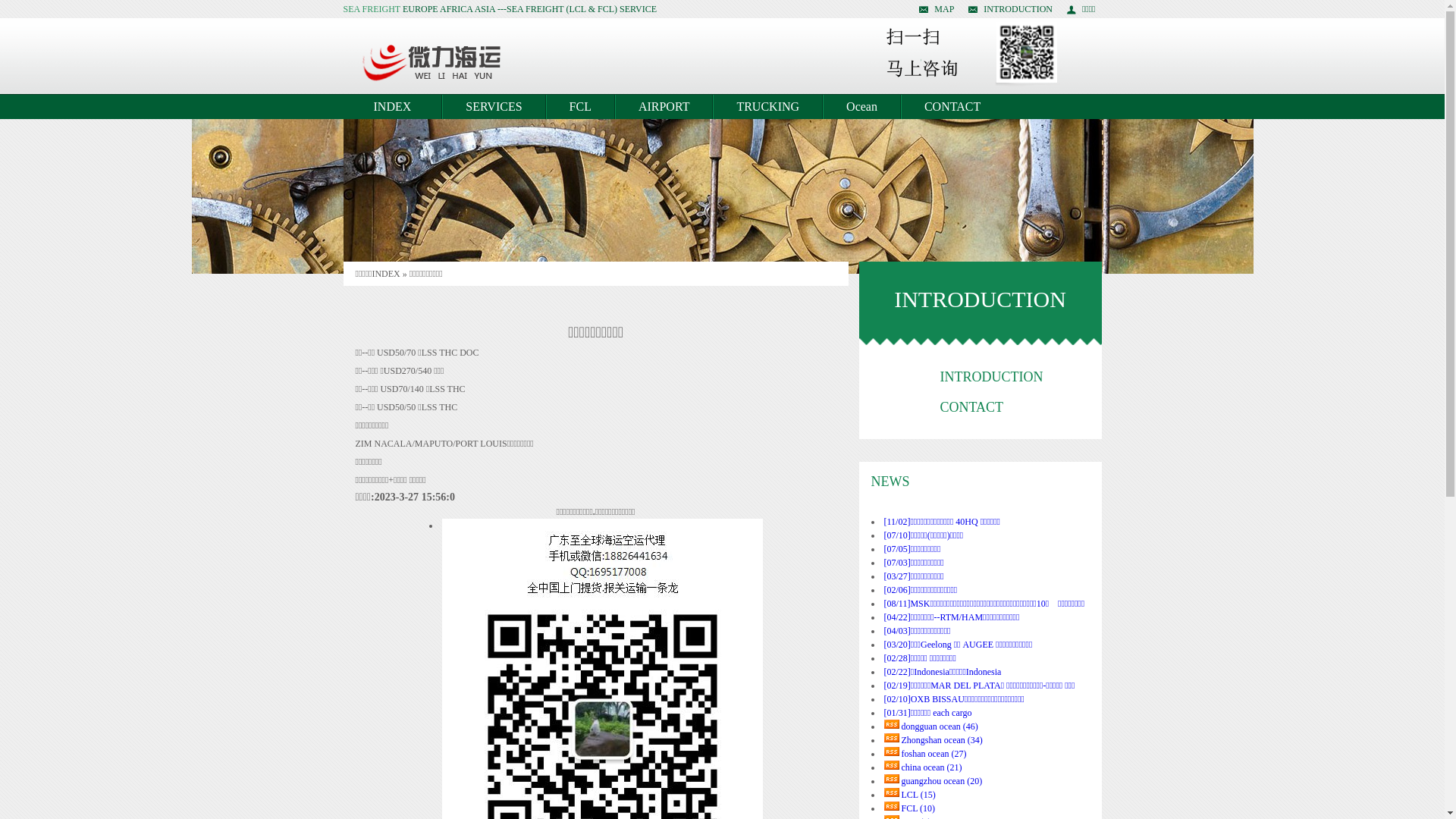 This screenshot has height=819, width=1456. Describe the element at coordinates (664, 106) in the screenshot. I see `'AIRPORT'` at that location.